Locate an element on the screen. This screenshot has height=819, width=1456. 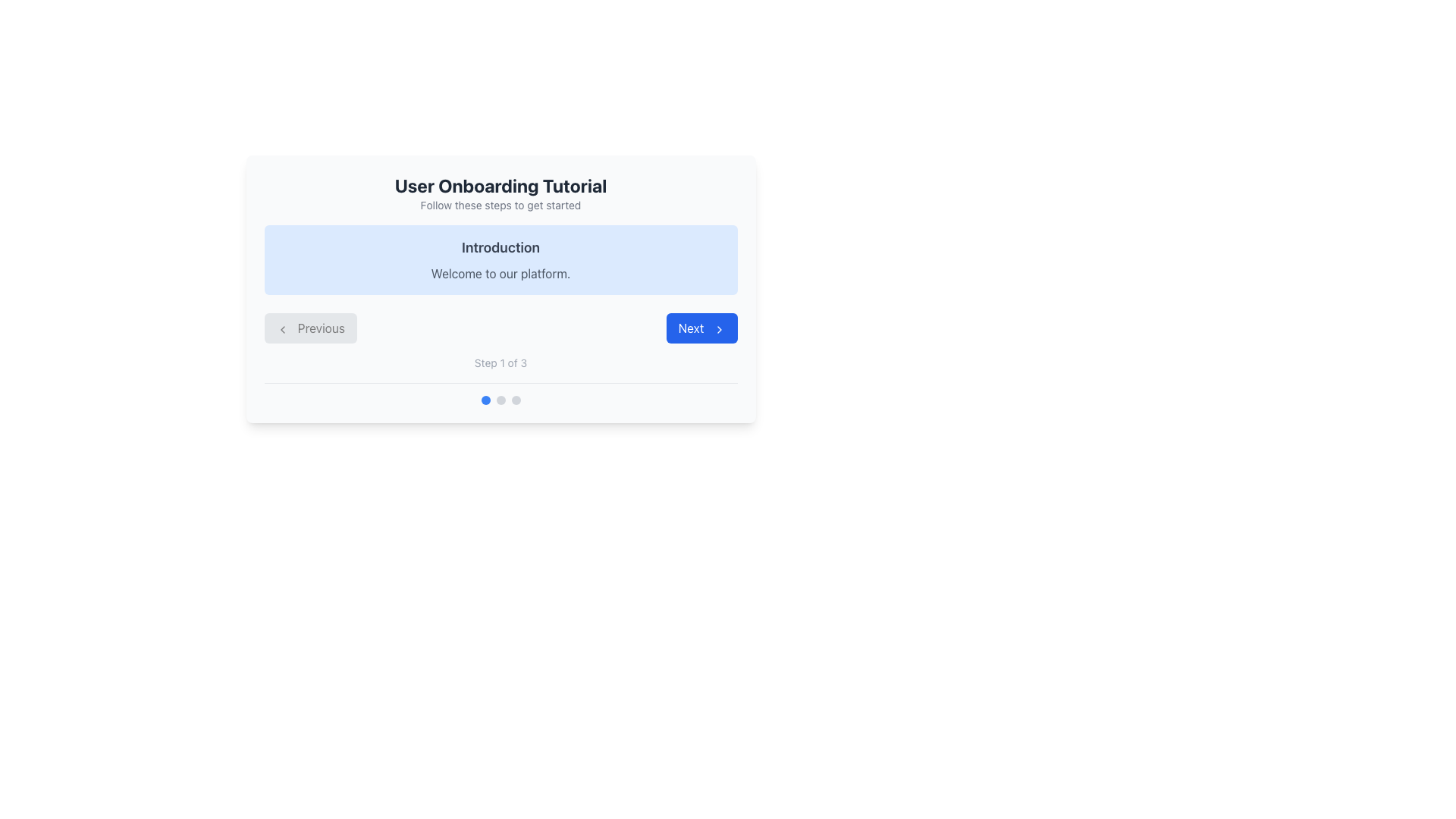
the 'Previous' button, which is a rectangular button with rounded corners, featuring the text 'Previous' and a left-pointing arrow icon is located at coordinates (309, 327).